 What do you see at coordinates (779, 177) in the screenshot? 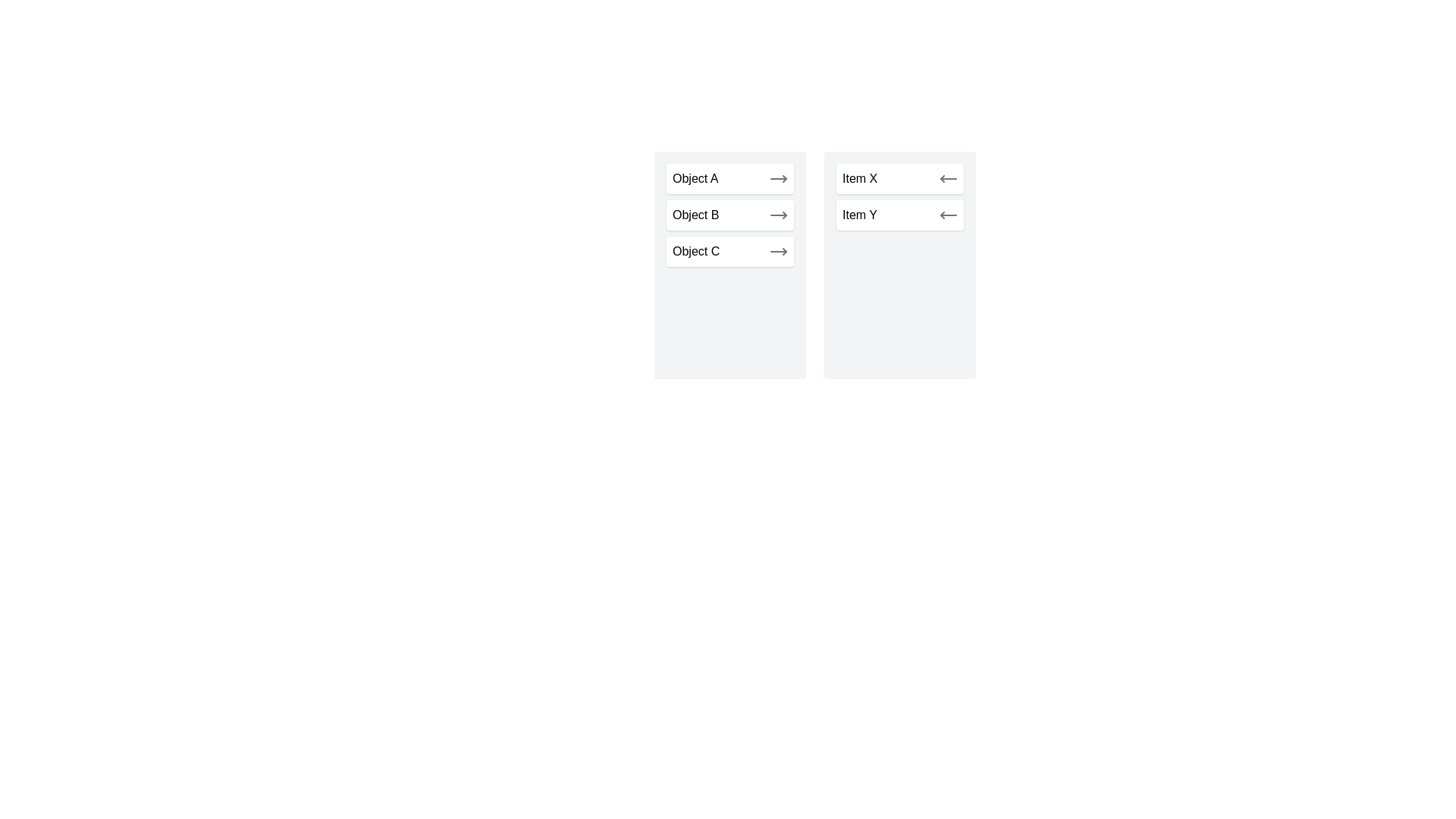
I see `transfer button next to Object A in the left list to move it to the right list` at bounding box center [779, 177].